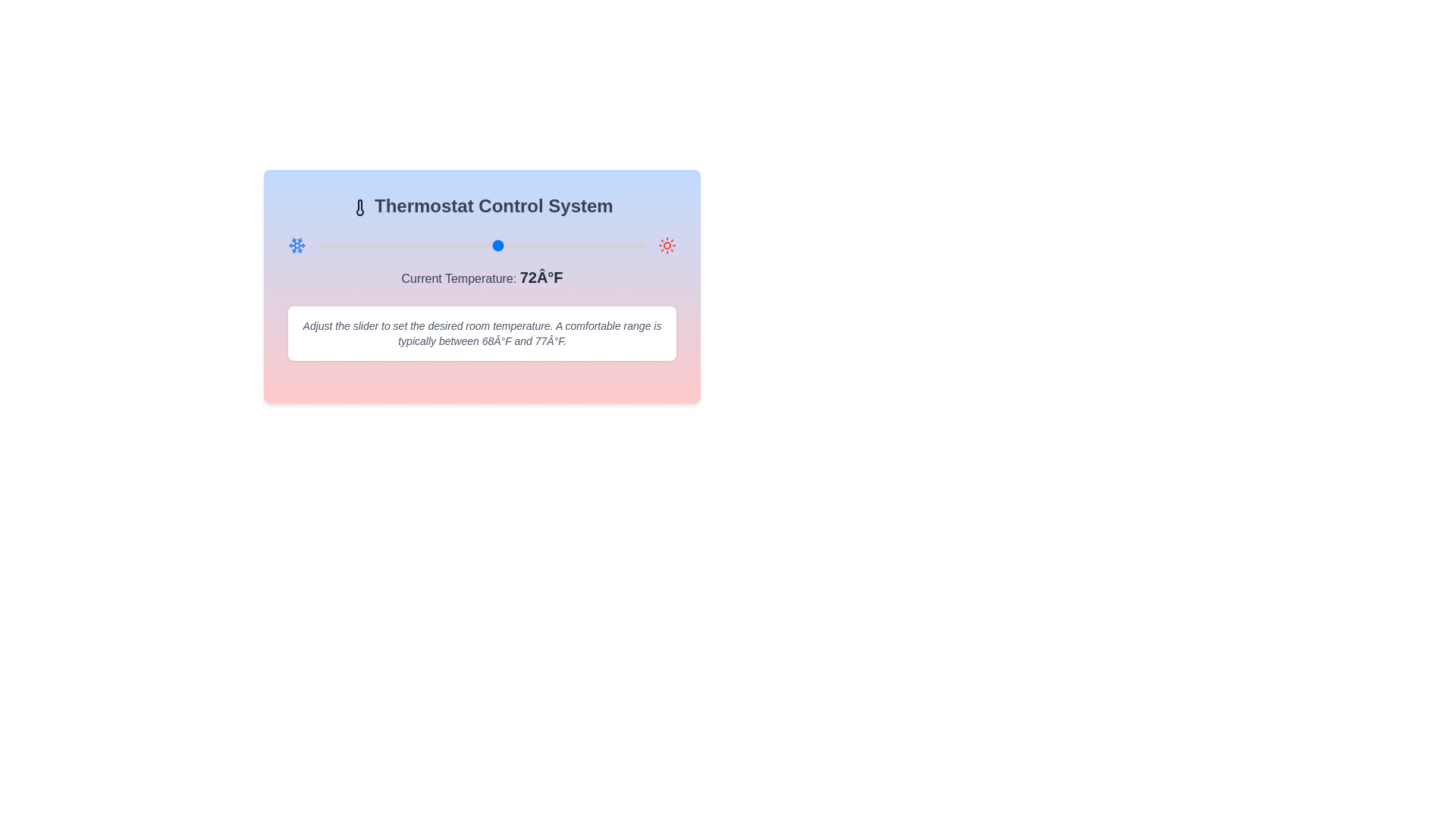  What do you see at coordinates (448, 245) in the screenshot?
I see `the temperature slider to set the temperature to 66°F` at bounding box center [448, 245].